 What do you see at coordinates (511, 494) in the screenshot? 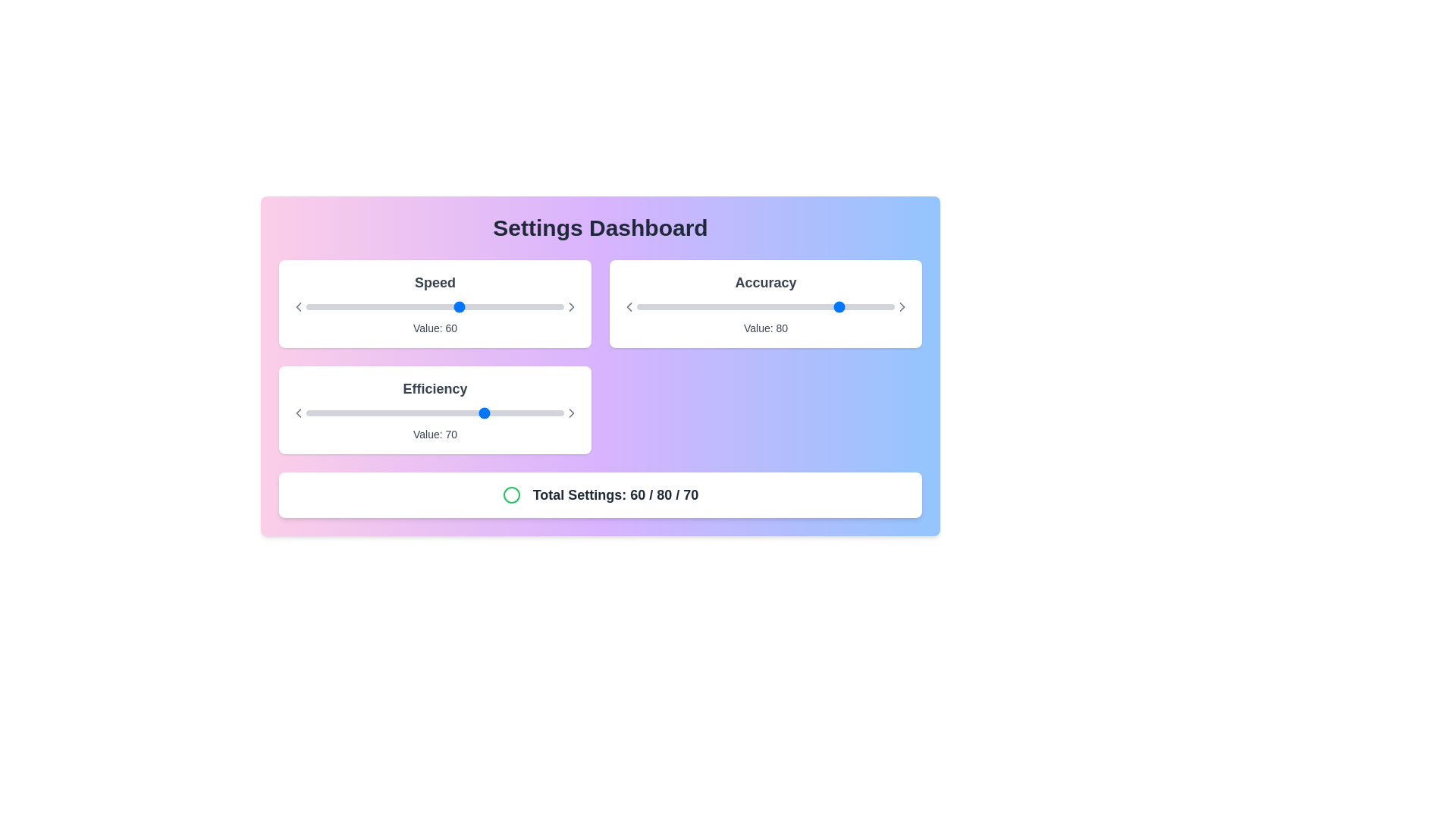
I see `the graphical icon (circle) that visually represents a status or category, located to the left of the text 'Total Settings: 60 / 80 / 70'` at bounding box center [511, 494].